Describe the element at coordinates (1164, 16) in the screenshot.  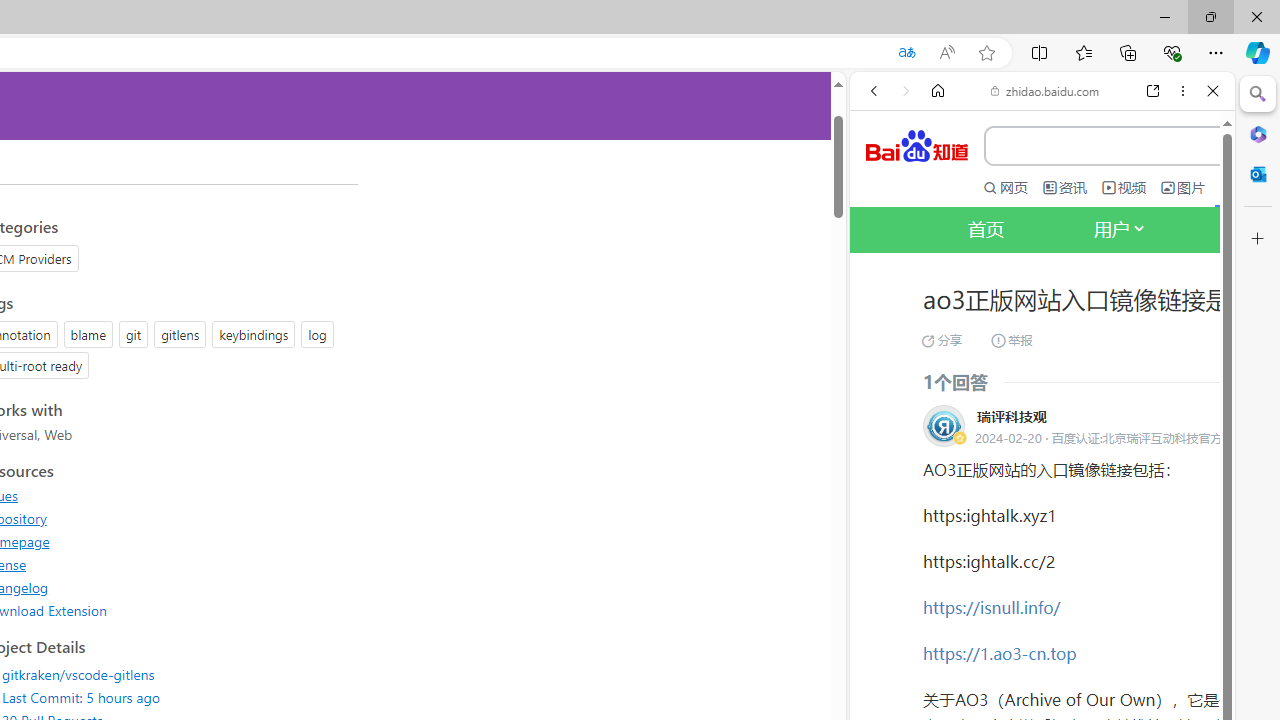
I see `'Minimize'` at that location.